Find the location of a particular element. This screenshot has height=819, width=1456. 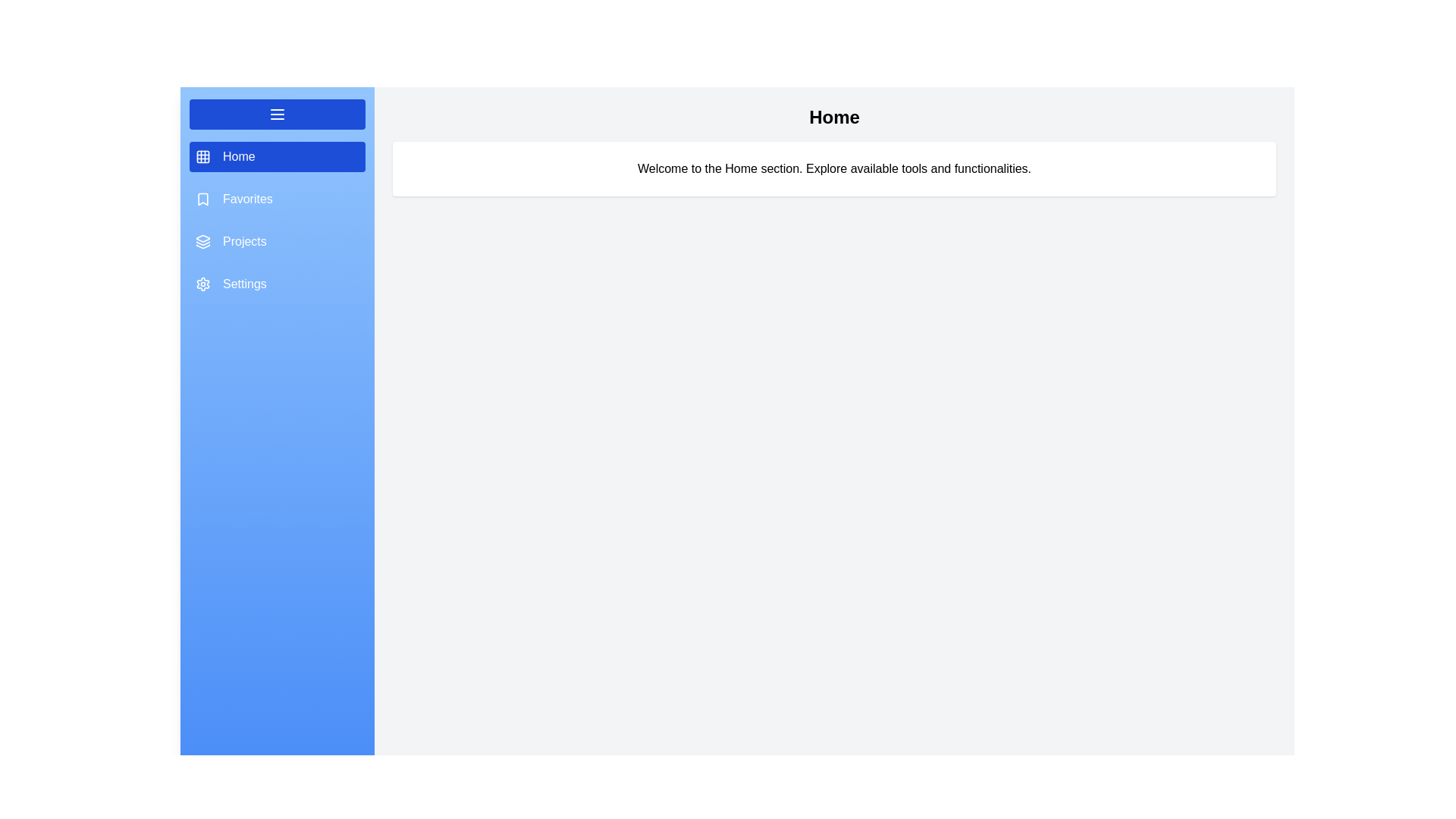

the section Favorites from the menu is located at coordinates (277, 198).